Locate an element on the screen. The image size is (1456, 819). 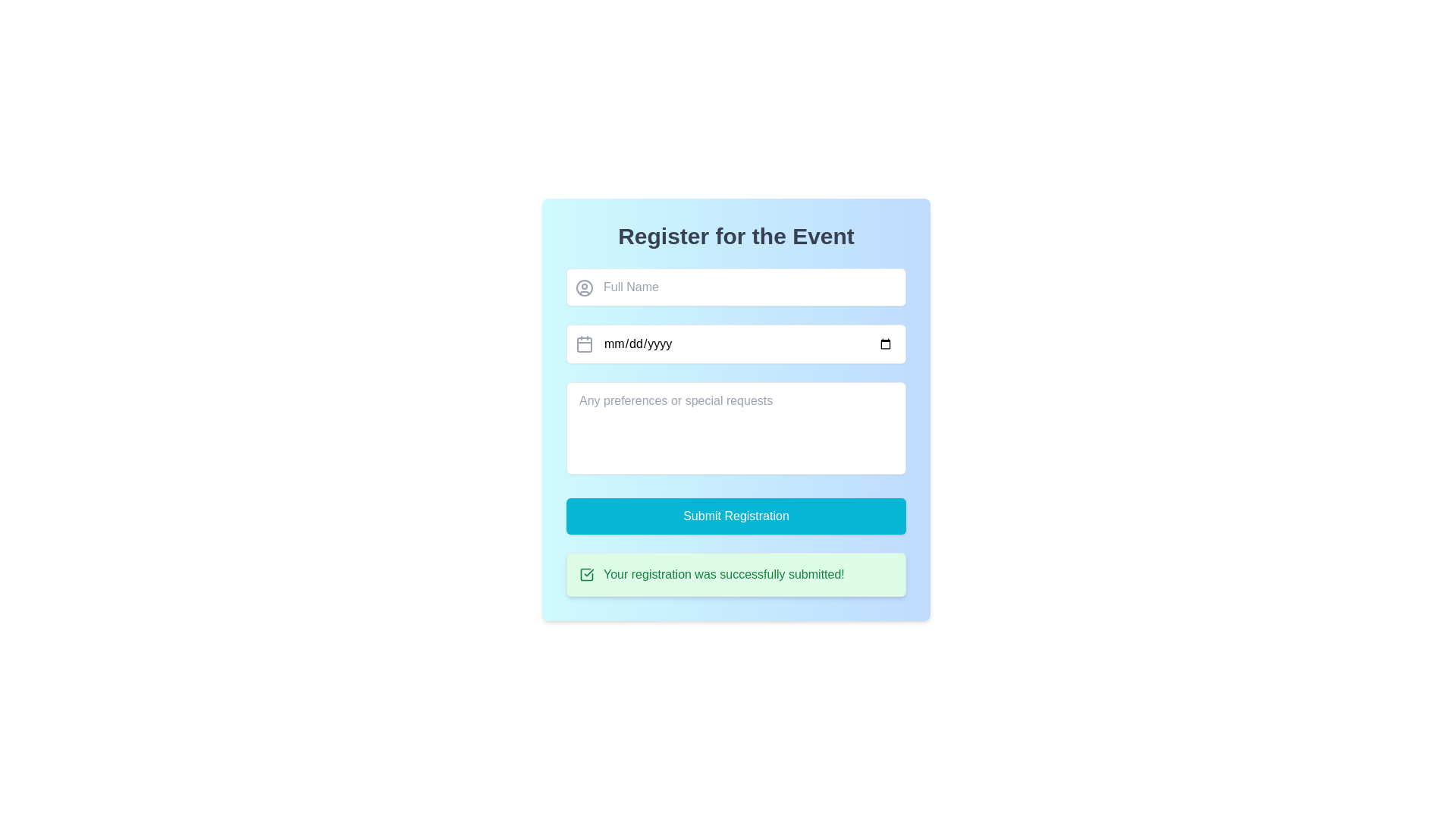
a date using the calendar dropdown from the date input field styled with a border and rounded corners, positioned below the 'Full Name' input field is located at coordinates (736, 344).